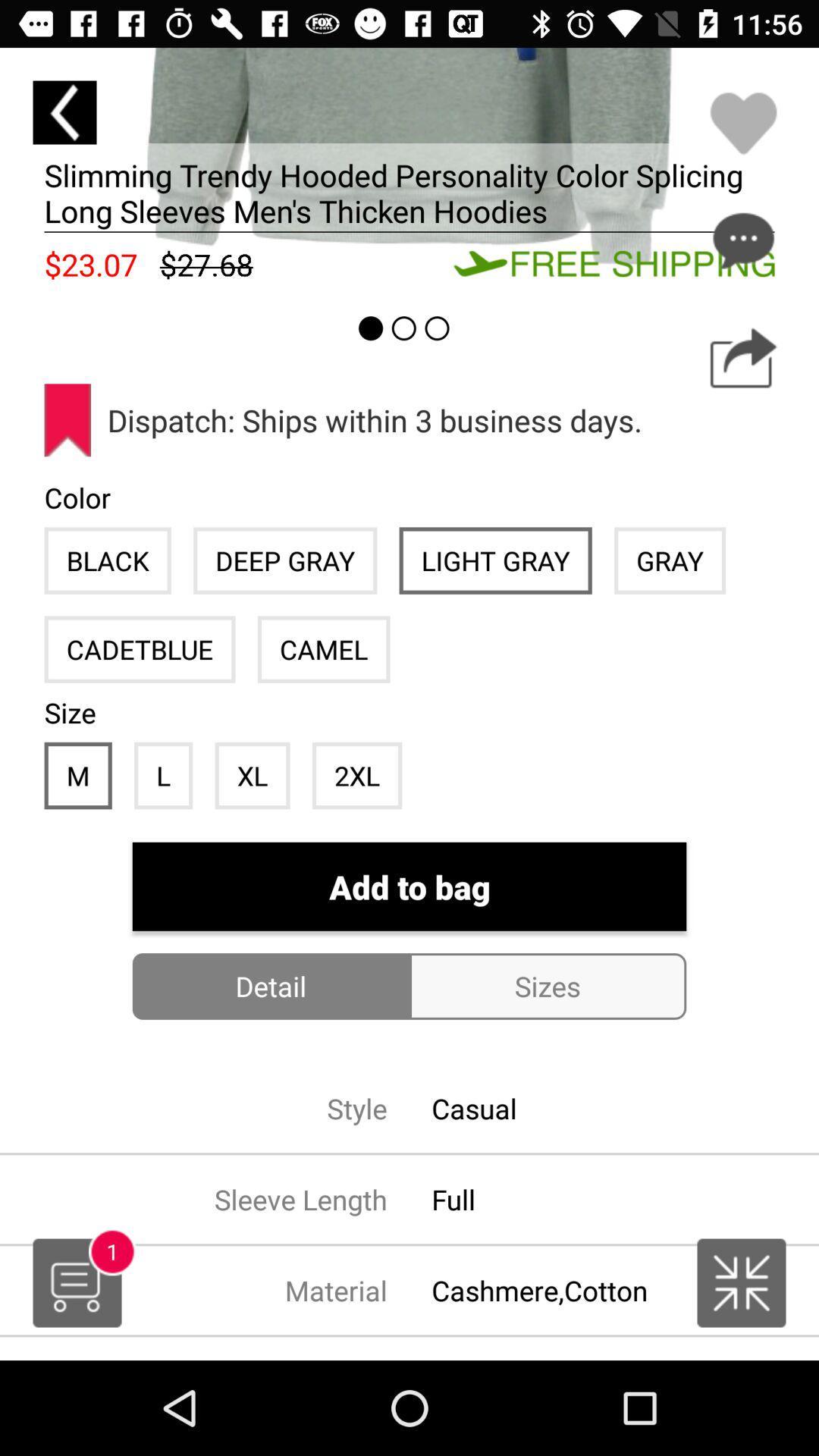  I want to click on the national_flag icon, so click(741, 1282).